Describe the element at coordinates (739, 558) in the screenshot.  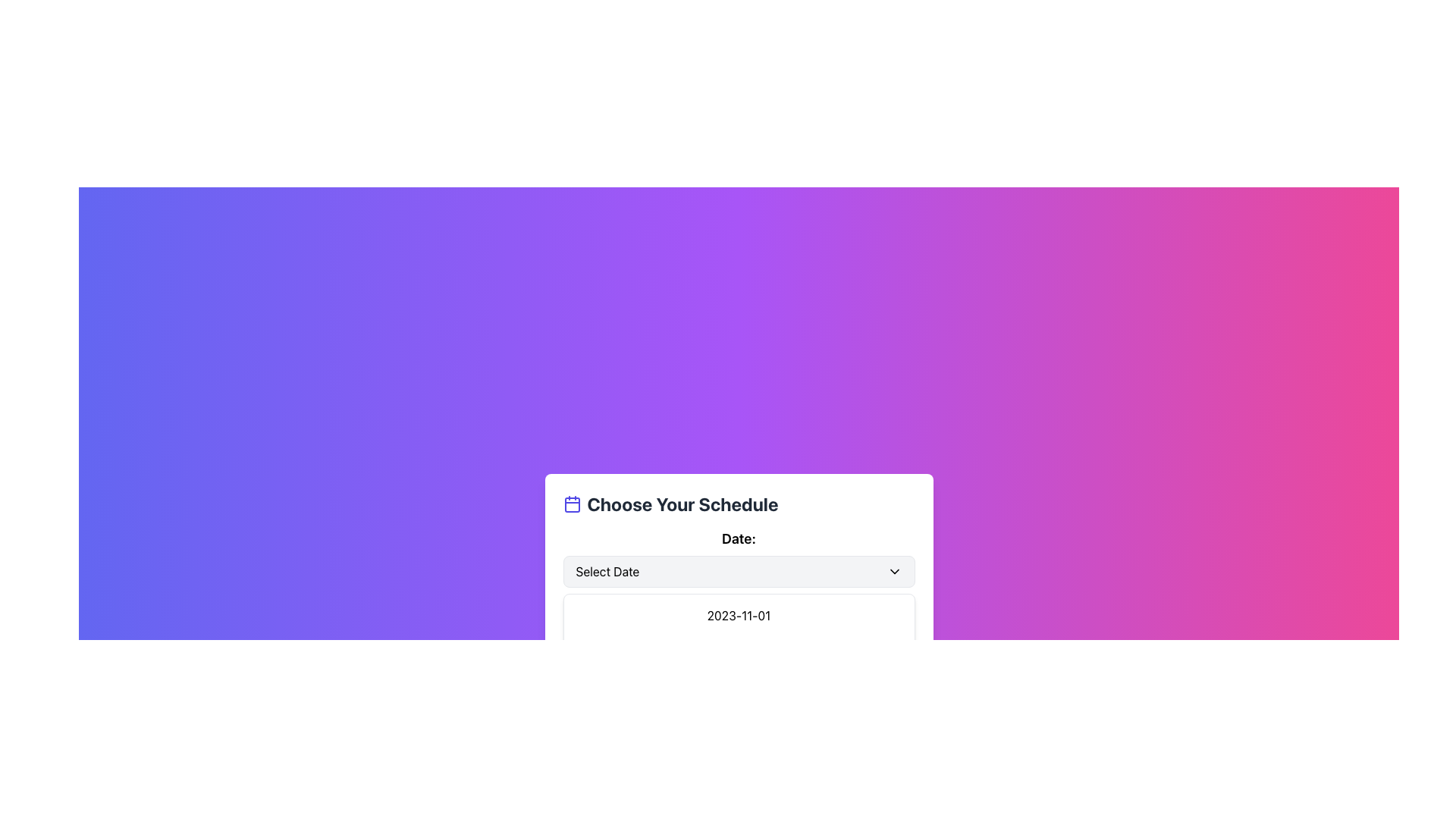
I see `a date from the dropdown menu located within the 'Choose Your Schedule' card, positioned centrally beneath the header text and before the 'Time:' dropdown` at that location.